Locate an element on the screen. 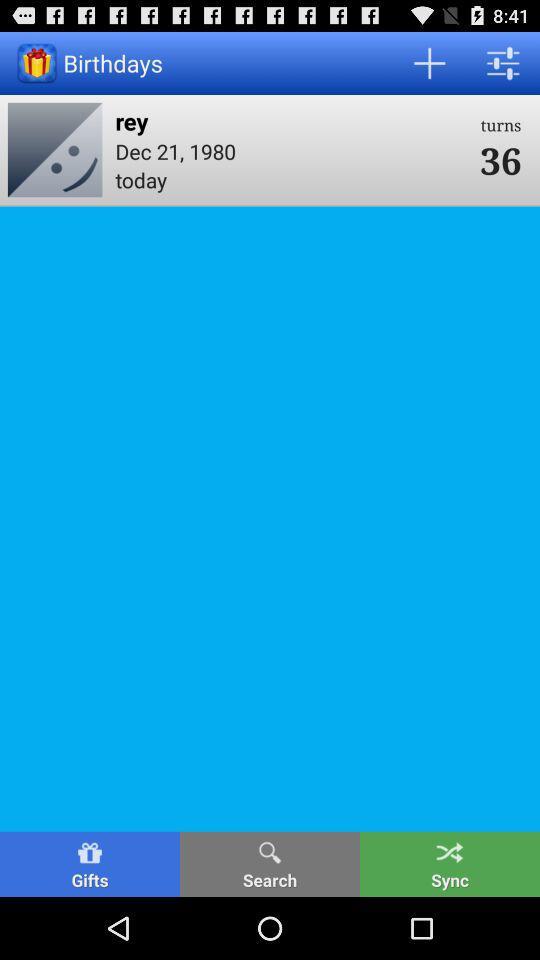  search is located at coordinates (270, 863).